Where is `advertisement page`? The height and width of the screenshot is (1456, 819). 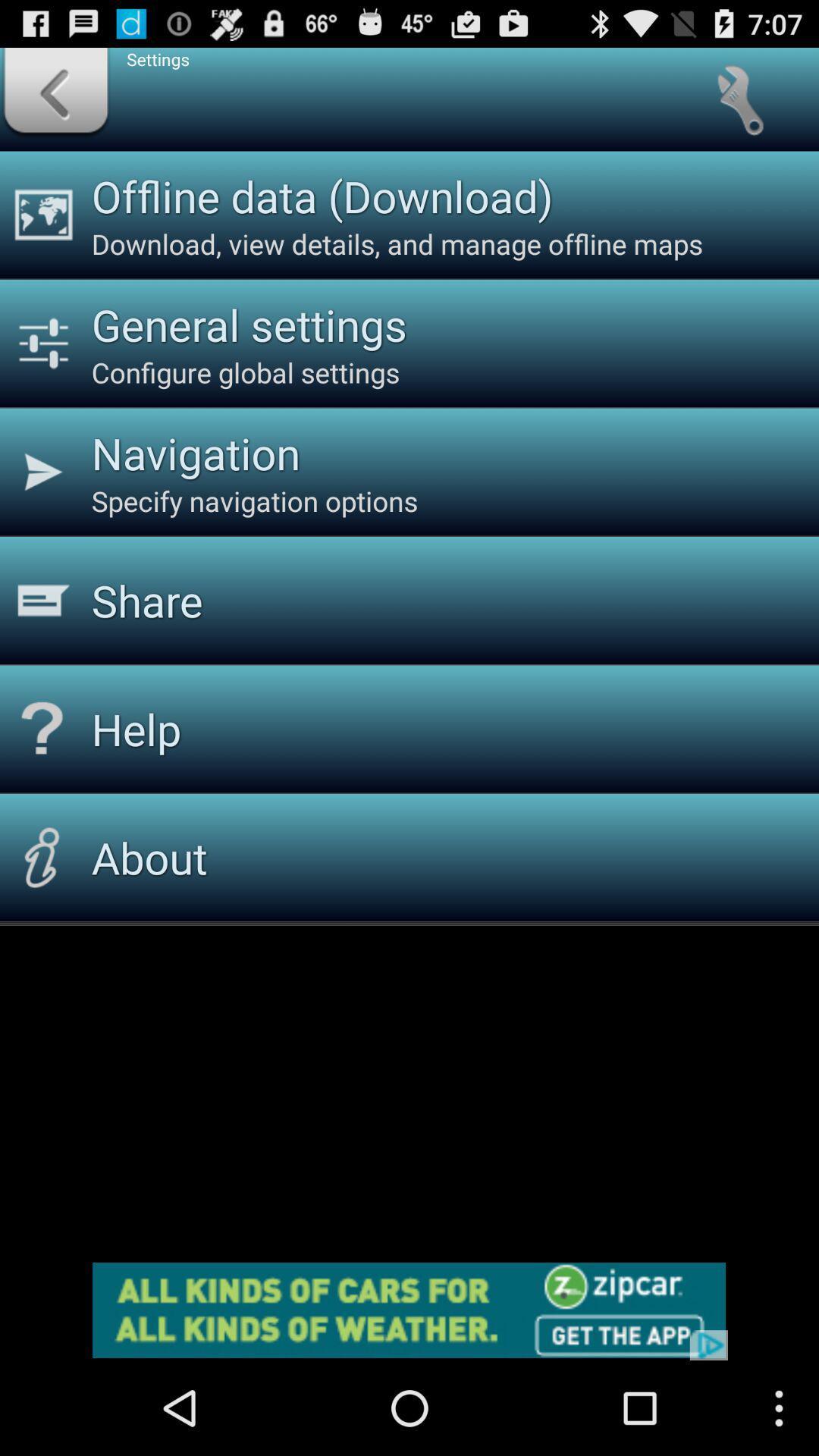 advertisement page is located at coordinates (409, 1310).